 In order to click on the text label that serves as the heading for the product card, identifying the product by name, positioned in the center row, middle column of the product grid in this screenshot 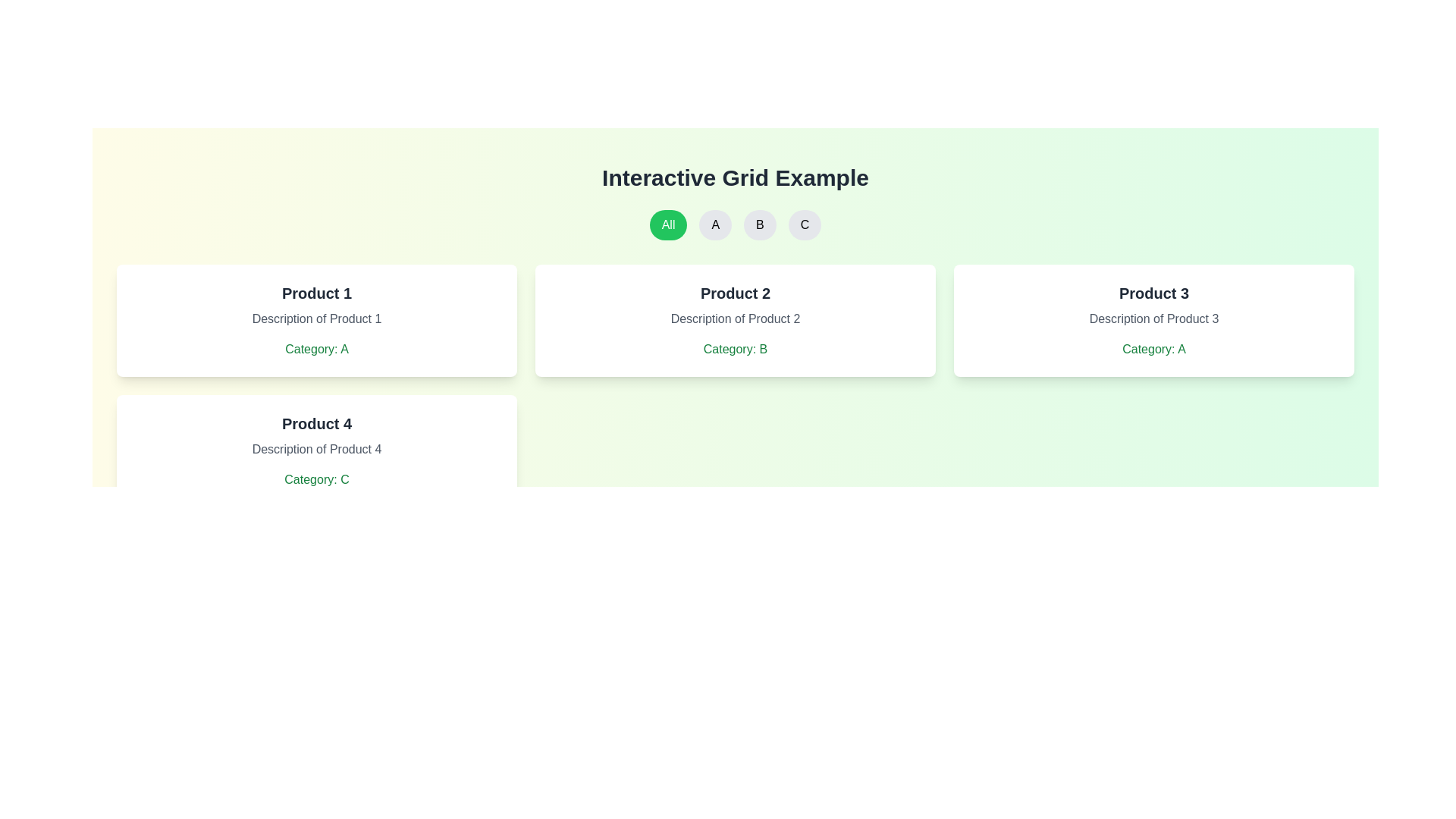, I will do `click(735, 293)`.